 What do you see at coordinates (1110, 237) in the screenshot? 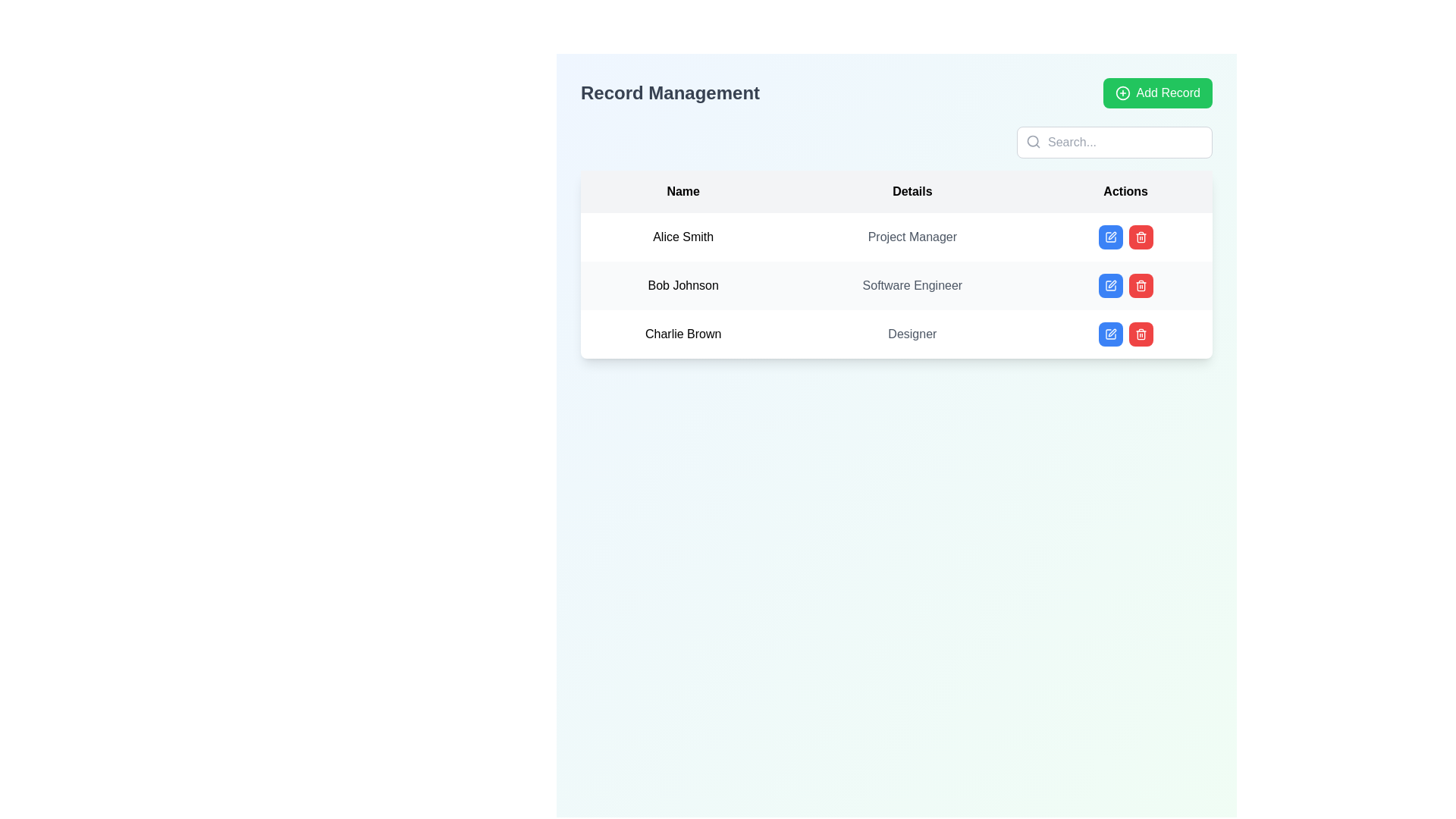
I see `the editable icon button (pen graphic) in the action column of the table next to the 'Project Manager' row` at bounding box center [1110, 237].